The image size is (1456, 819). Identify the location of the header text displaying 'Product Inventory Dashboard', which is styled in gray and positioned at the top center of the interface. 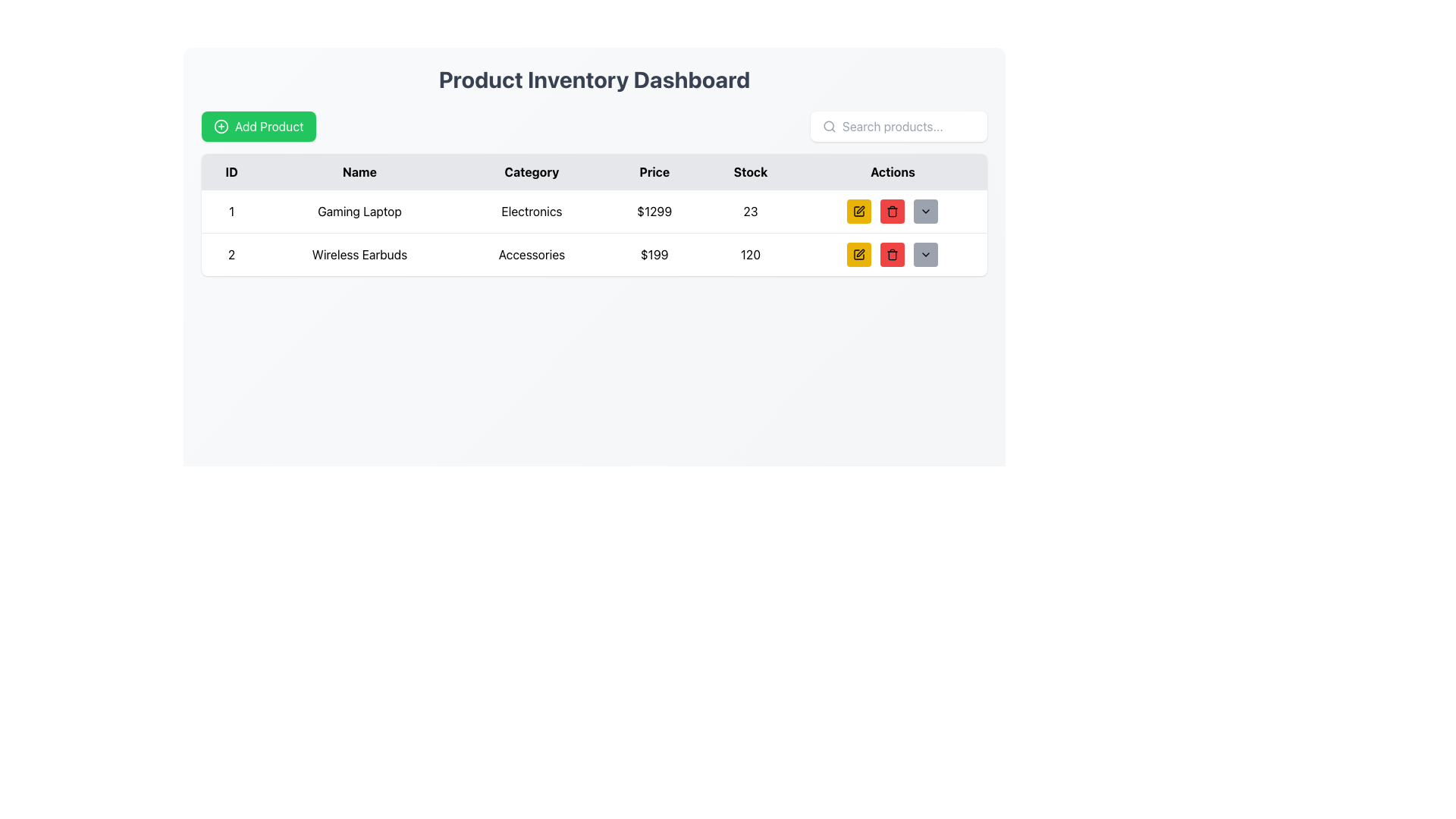
(593, 79).